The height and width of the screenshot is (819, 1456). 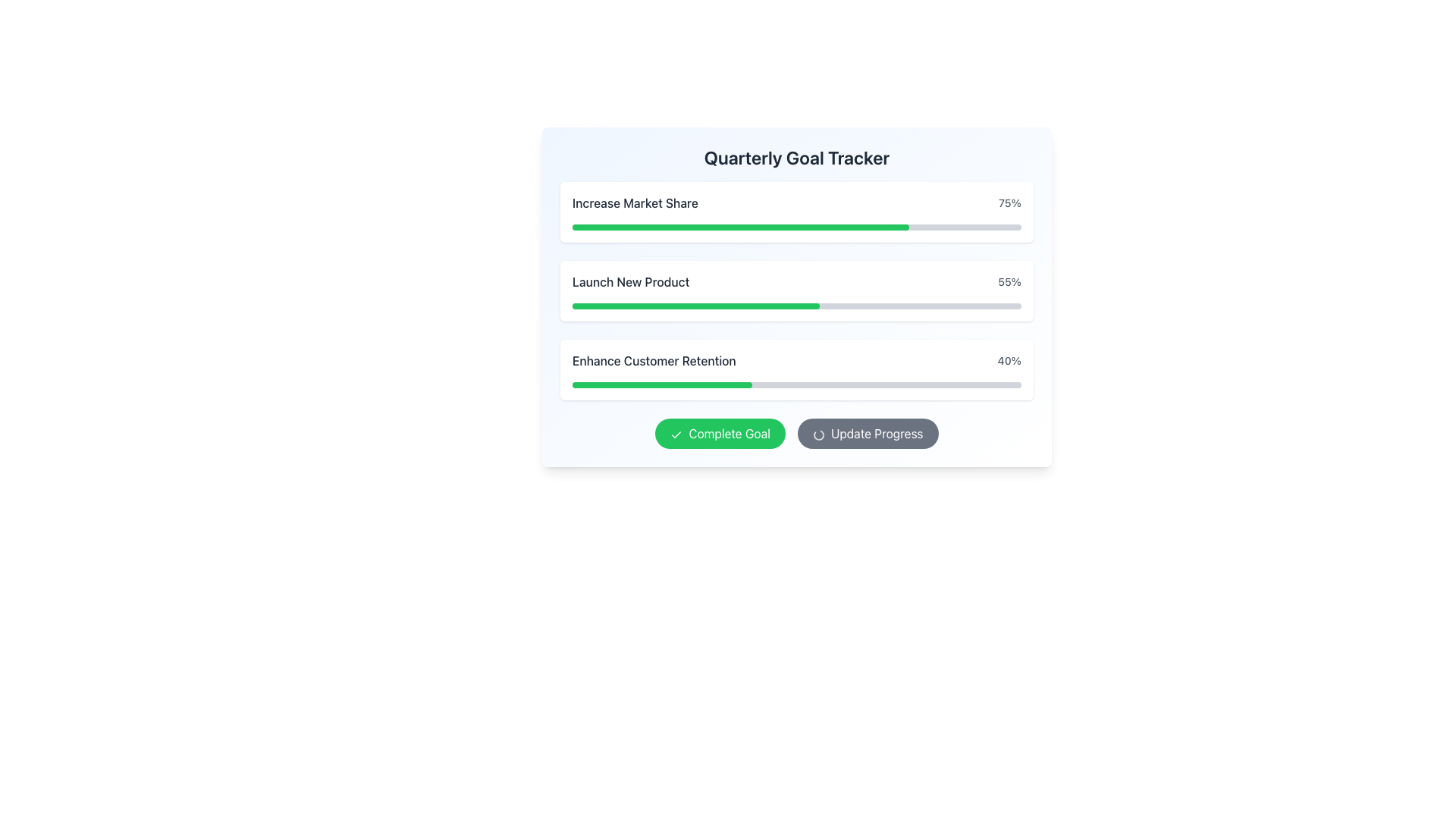 I want to click on the filled portion of the progress bar in the 'Enhance Customer Retention' tracker, which is a green horizontally elongated rectangle indicating progress, so click(x=662, y=384).